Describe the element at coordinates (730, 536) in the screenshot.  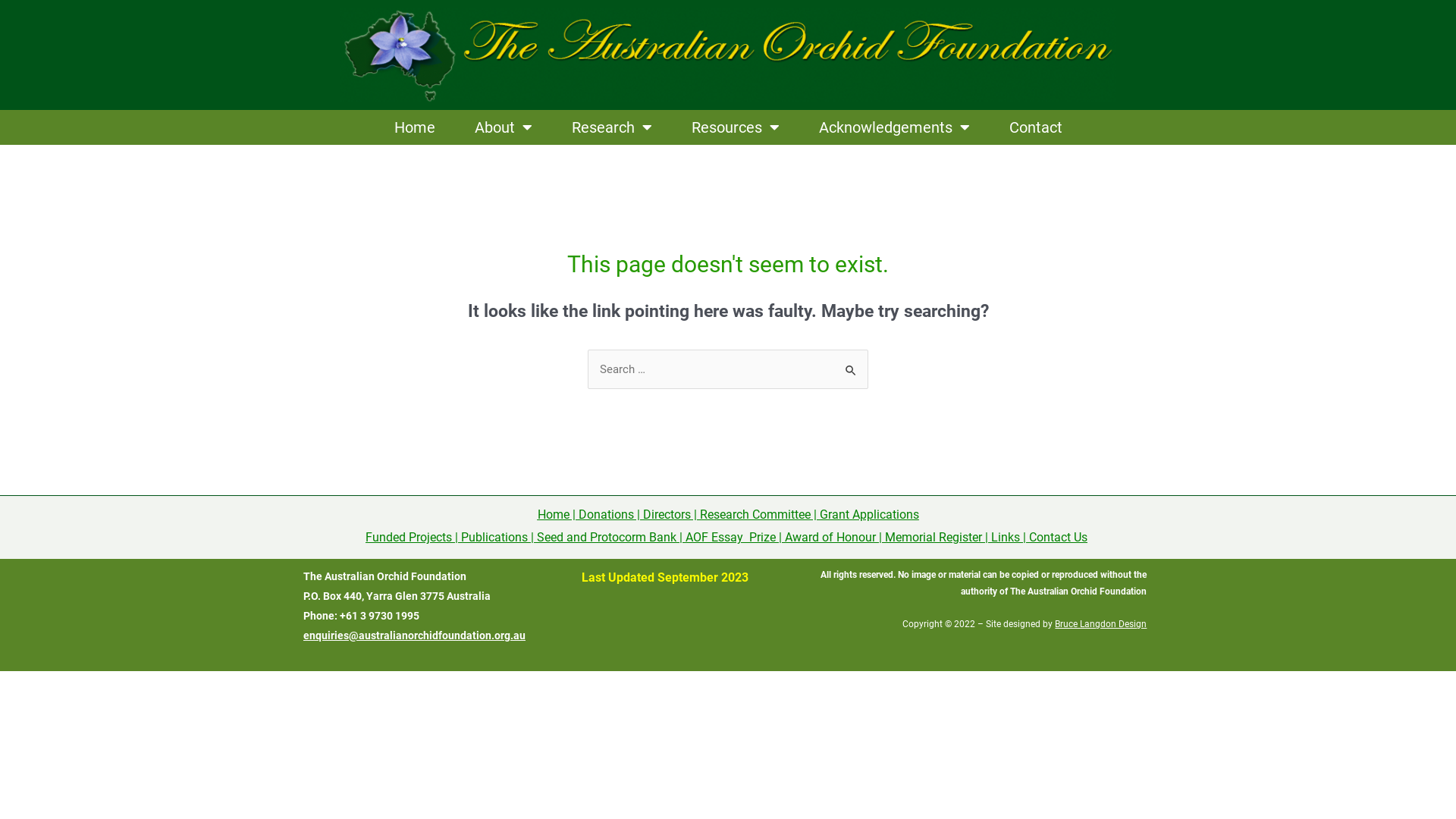
I see `'AOF Essay  Prize'` at that location.